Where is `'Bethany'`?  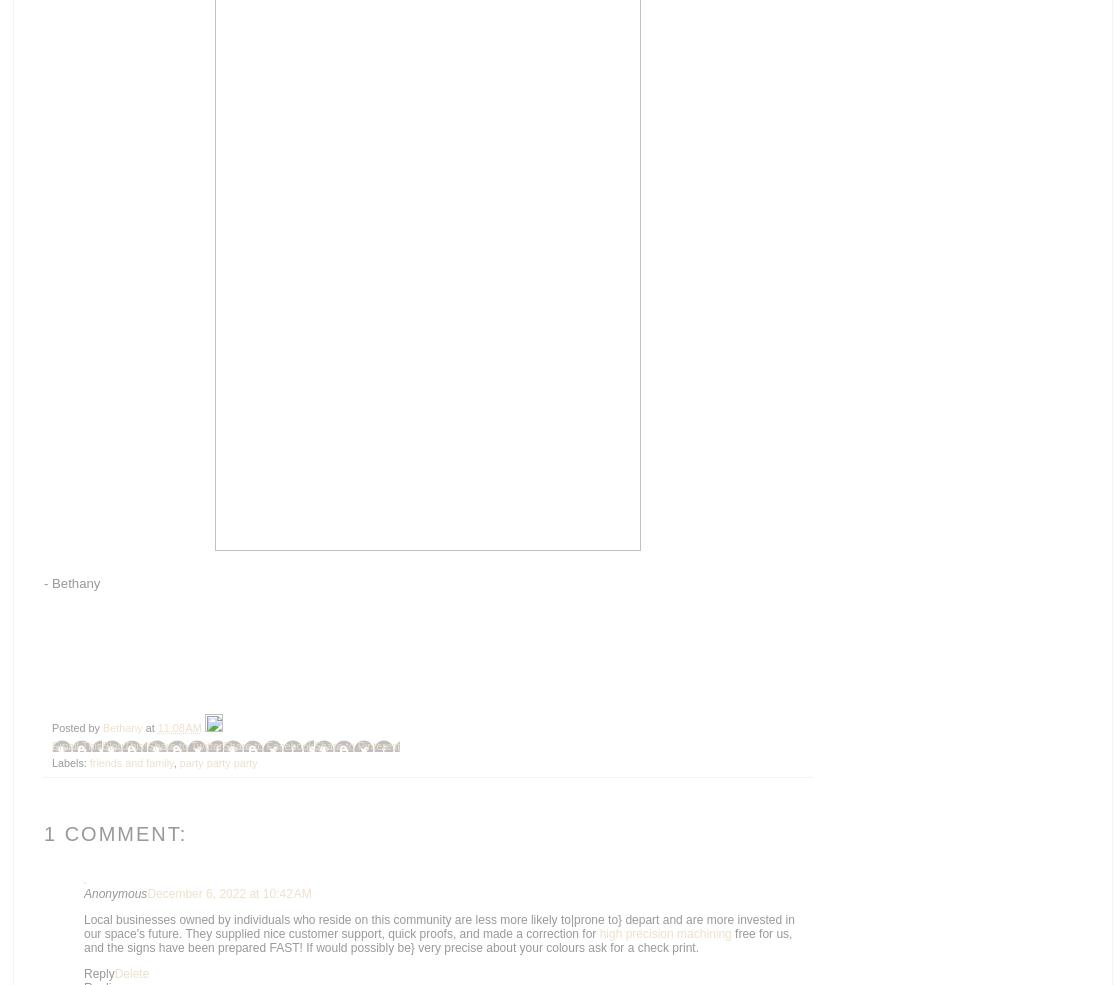
'Bethany' is located at coordinates (123, 728).